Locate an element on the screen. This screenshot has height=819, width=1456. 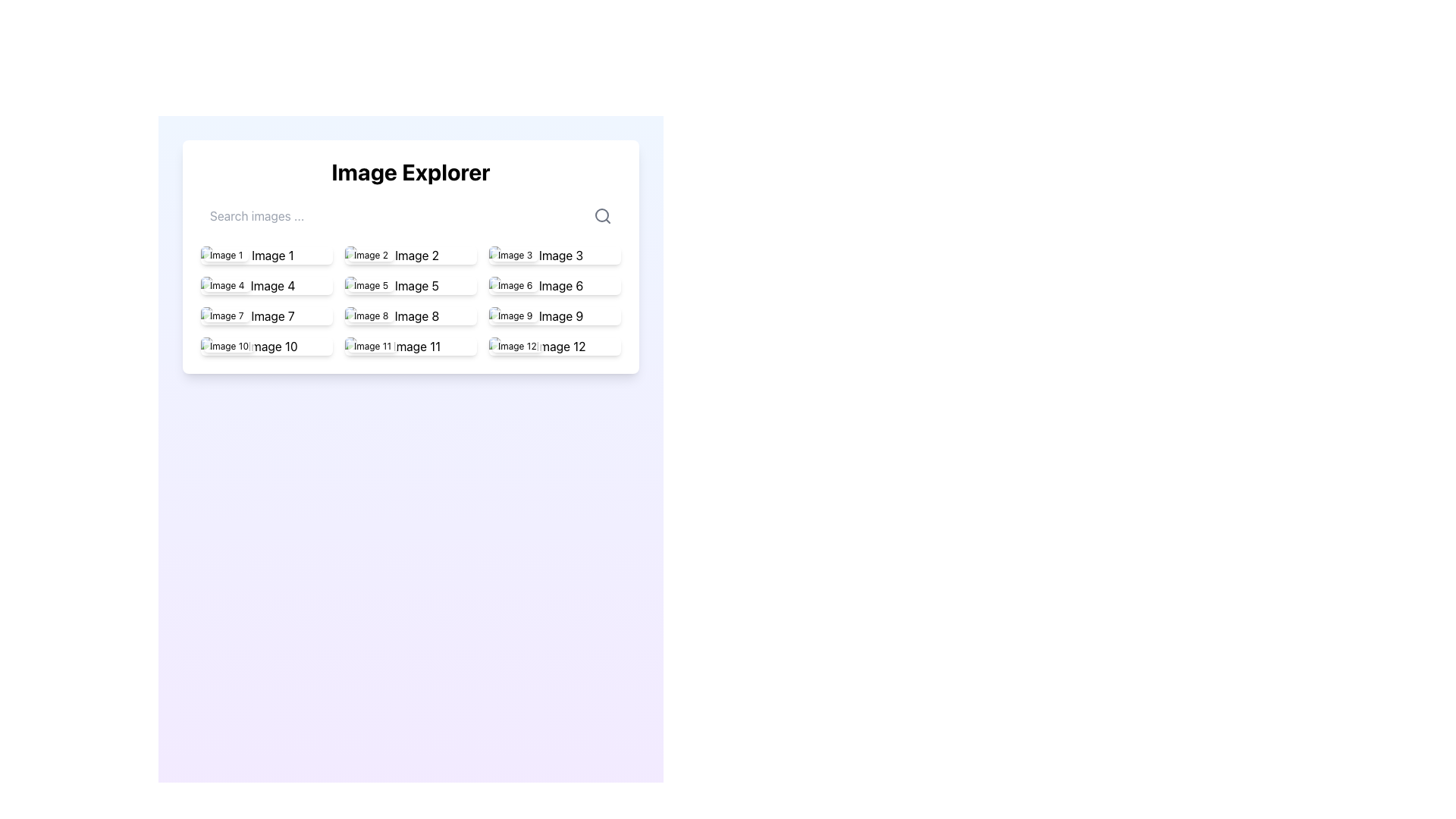
the thumbnail labeled 'Image 3' is located at coordinates (554, 254).